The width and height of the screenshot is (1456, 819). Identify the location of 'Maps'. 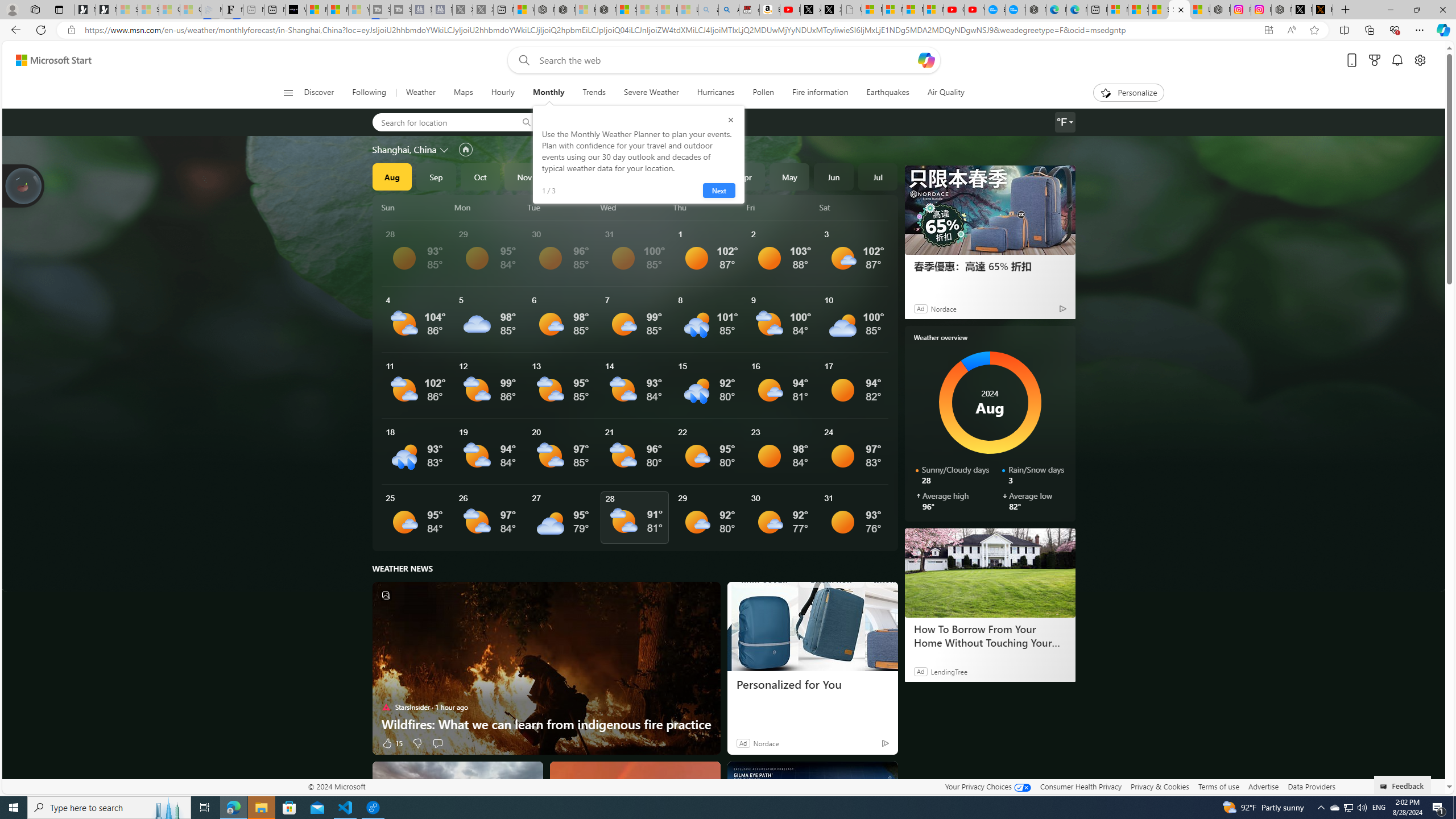
(463, 92).